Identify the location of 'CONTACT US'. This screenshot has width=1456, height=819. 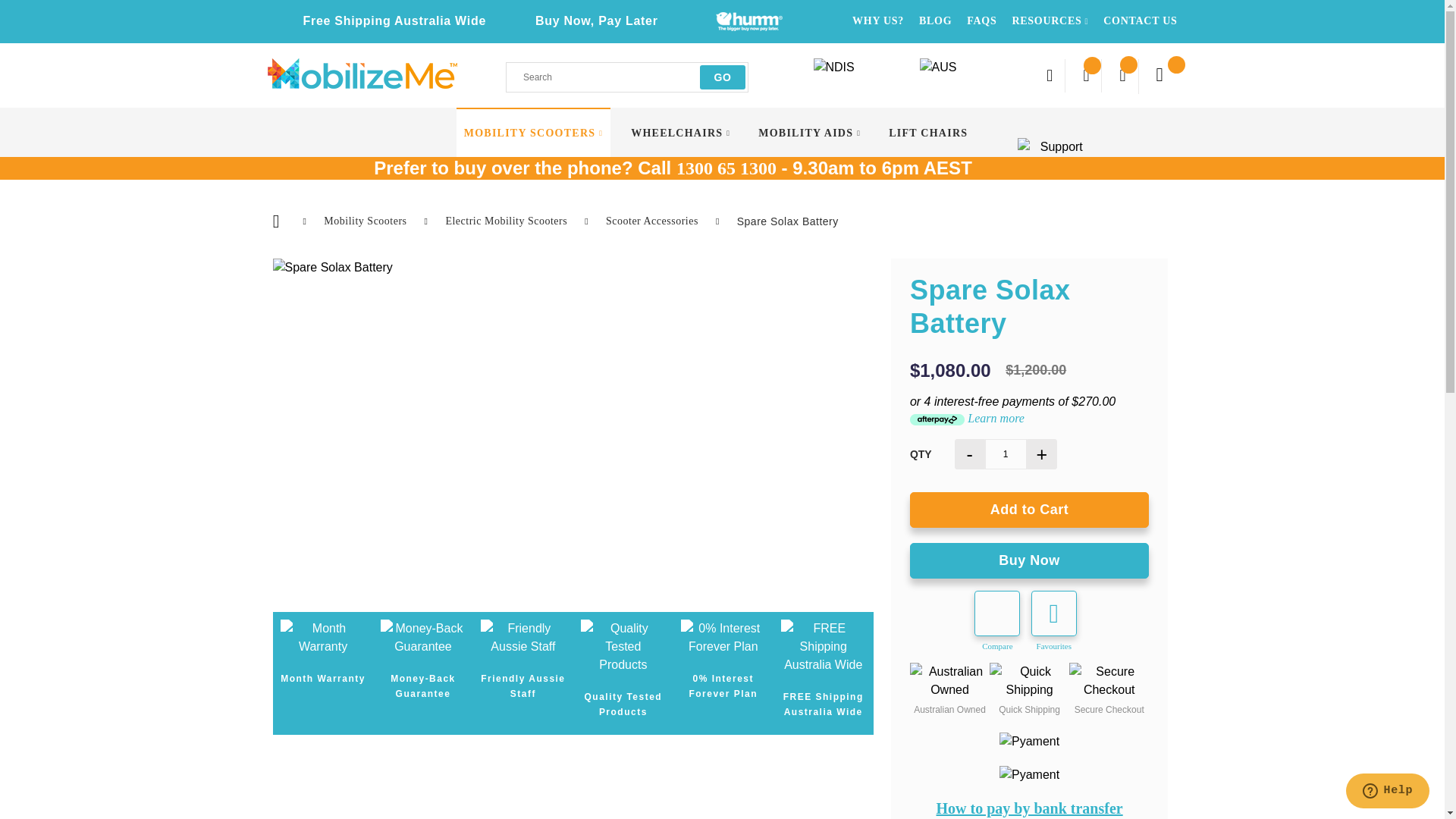
(1103, 20).